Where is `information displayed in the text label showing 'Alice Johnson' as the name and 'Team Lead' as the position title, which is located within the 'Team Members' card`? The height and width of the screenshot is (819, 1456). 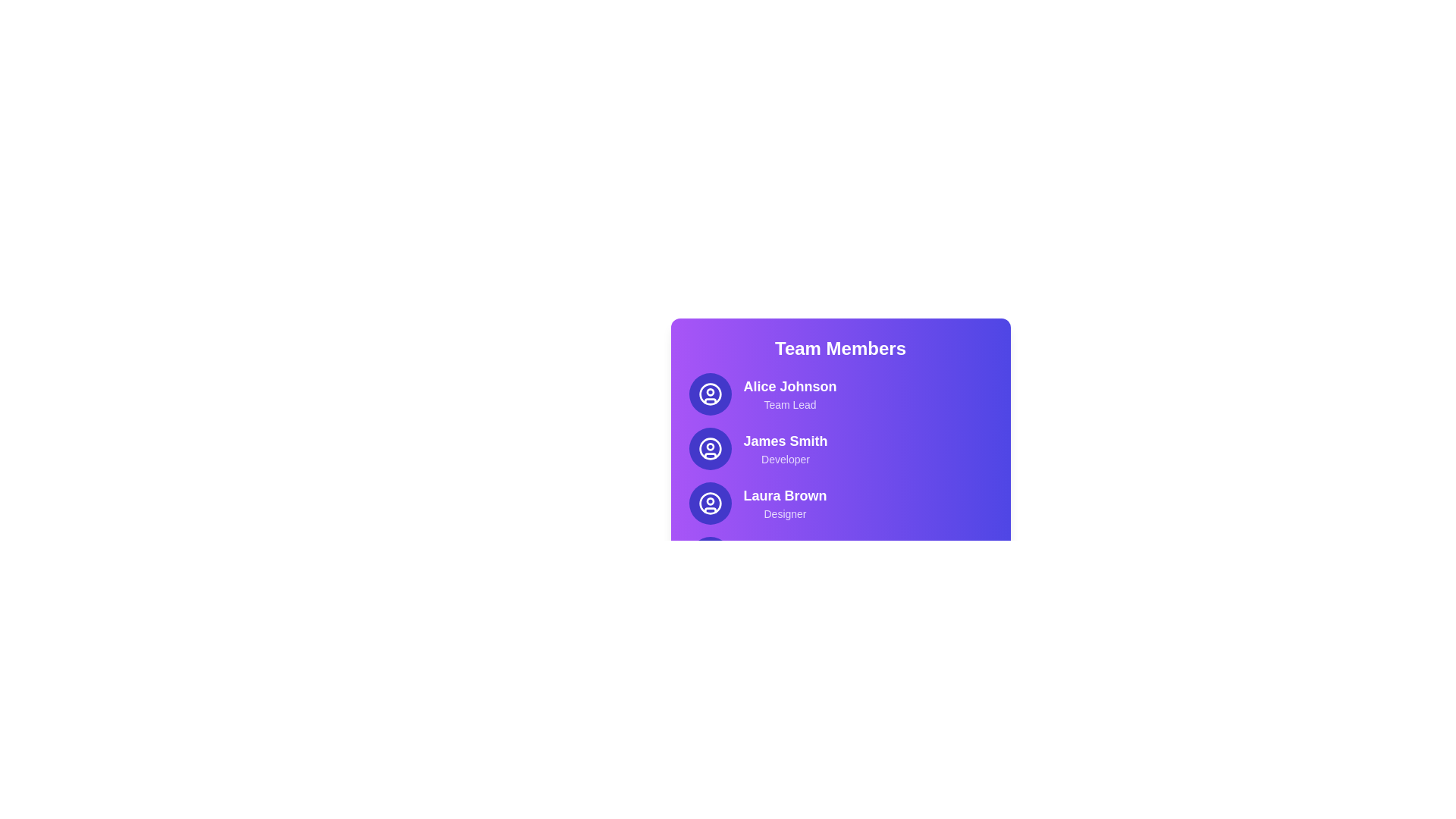
information displayed in the text label showing 'Alice Johnson' as the name and 'Team Lead' as the position title, which is located within the 'Team Members' card is located at coordinates (789, 394).